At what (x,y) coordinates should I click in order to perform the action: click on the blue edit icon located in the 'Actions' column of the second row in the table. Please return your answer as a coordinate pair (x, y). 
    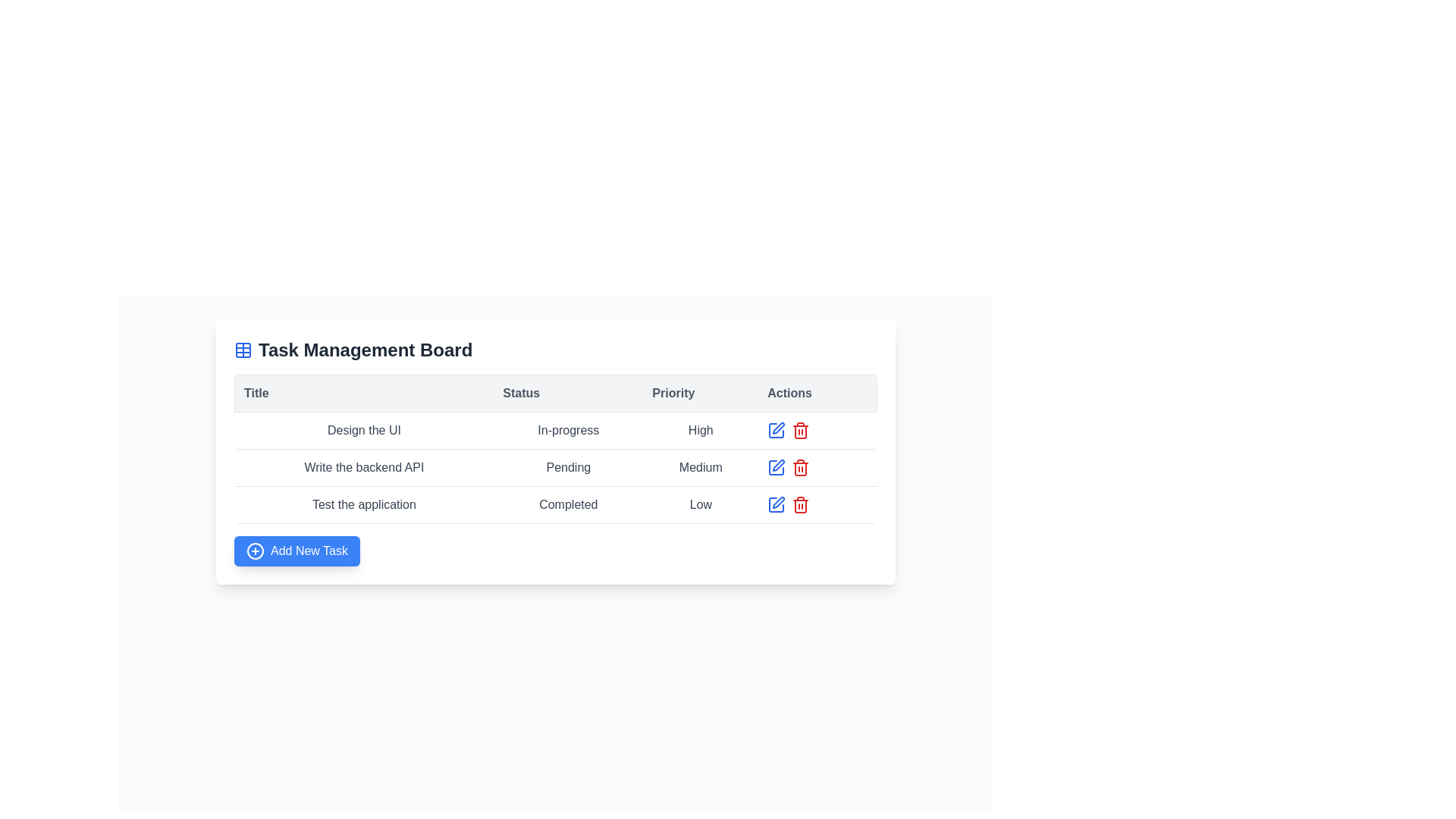
    Looking at the image, I should click on (776, 467).